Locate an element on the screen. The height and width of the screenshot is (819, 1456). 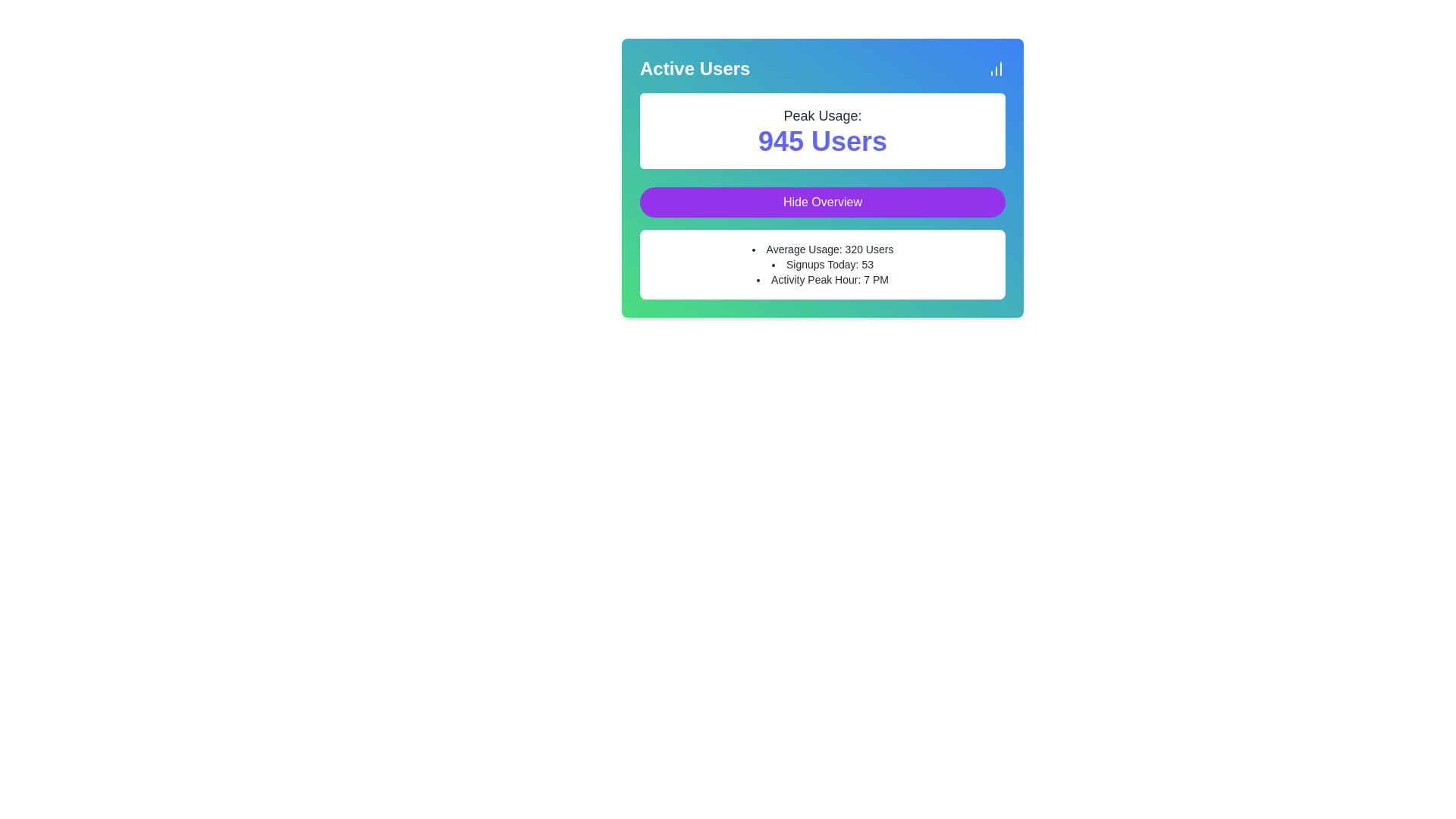
the title text label at the top-left corner of the card component that indicates information about active users is located at coordinates (694, 69).